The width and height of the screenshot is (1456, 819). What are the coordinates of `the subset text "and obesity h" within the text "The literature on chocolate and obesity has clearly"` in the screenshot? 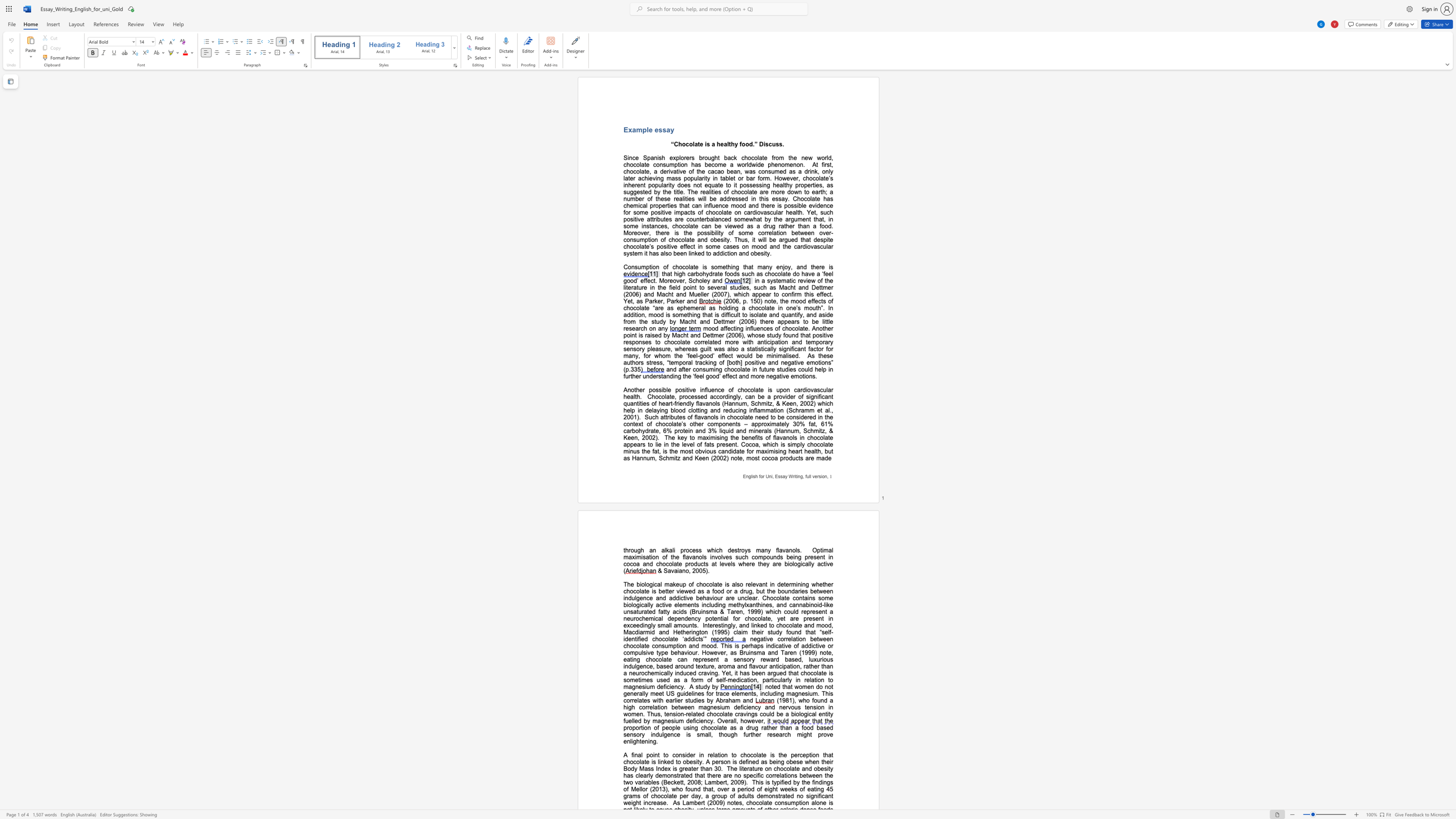 It's located at (801, 768).